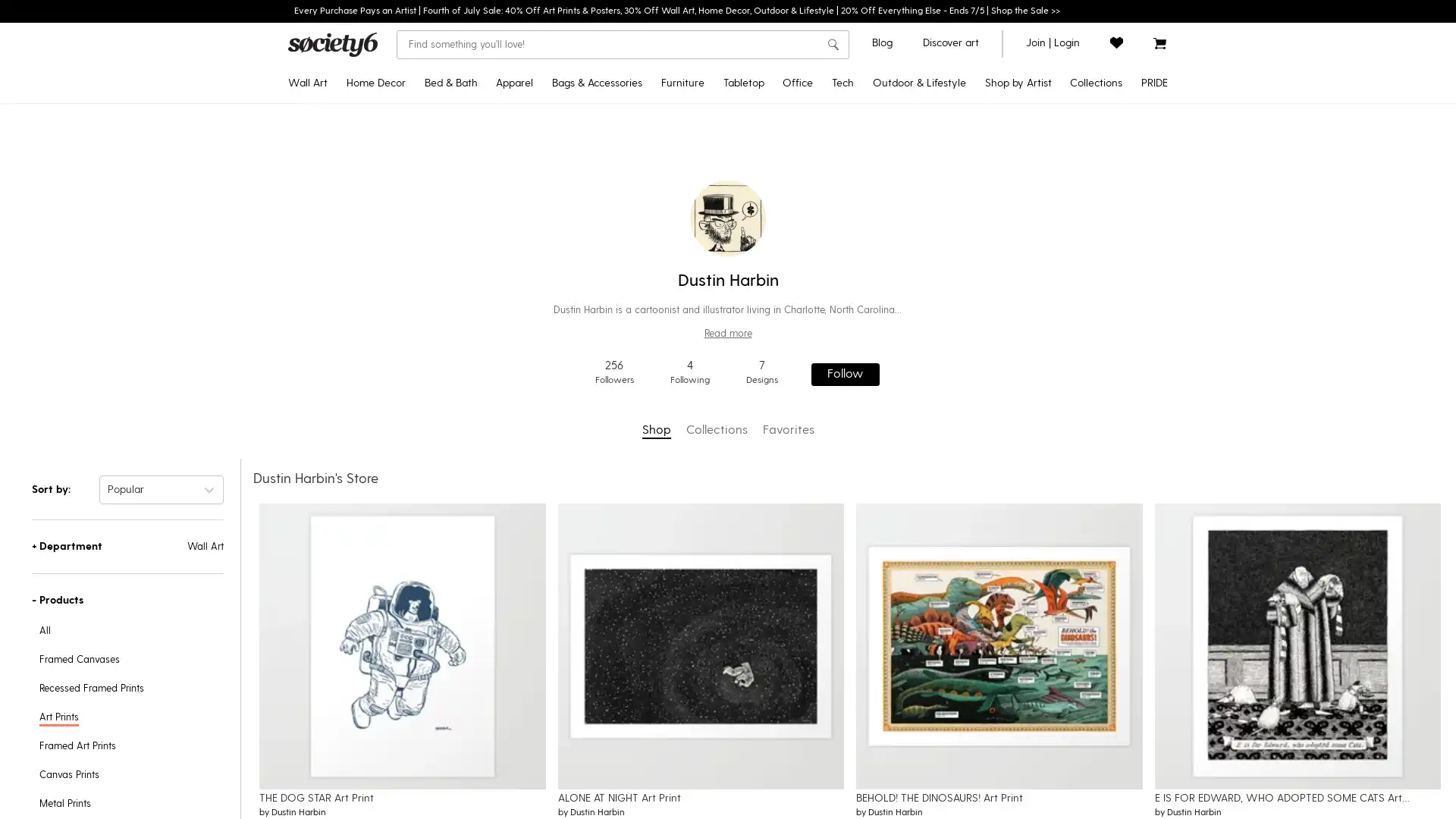 The width and height of the screenshot is (1456, 819). I want to click on Artist Holiday Series, so click(977, 315).